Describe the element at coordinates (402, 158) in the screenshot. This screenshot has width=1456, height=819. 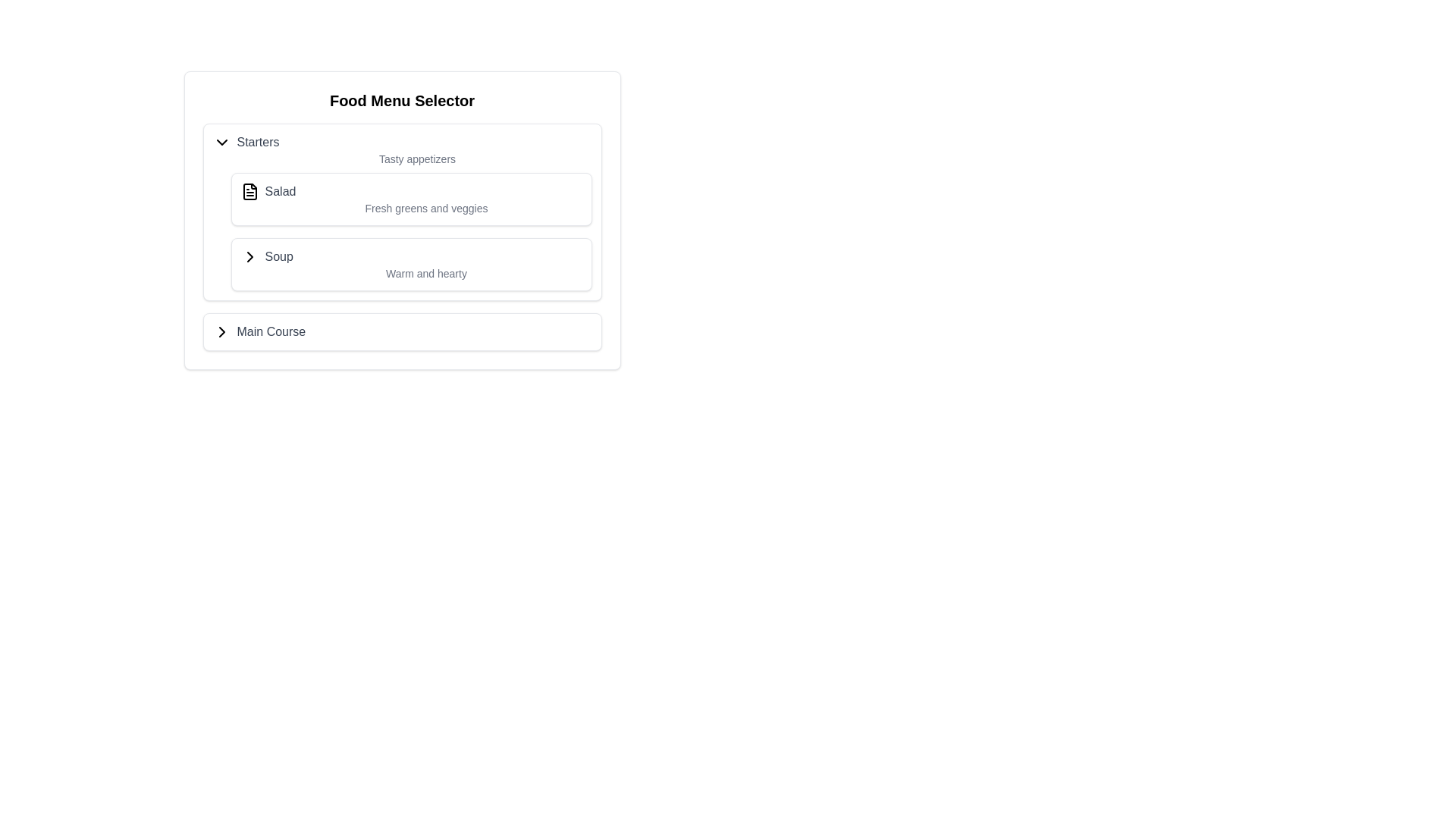
I see `the text label reading 'Tasty appetizers' styled in a small gray font, positioned below the 'Starters' header in the 'Food Menu Selector'` at that location.